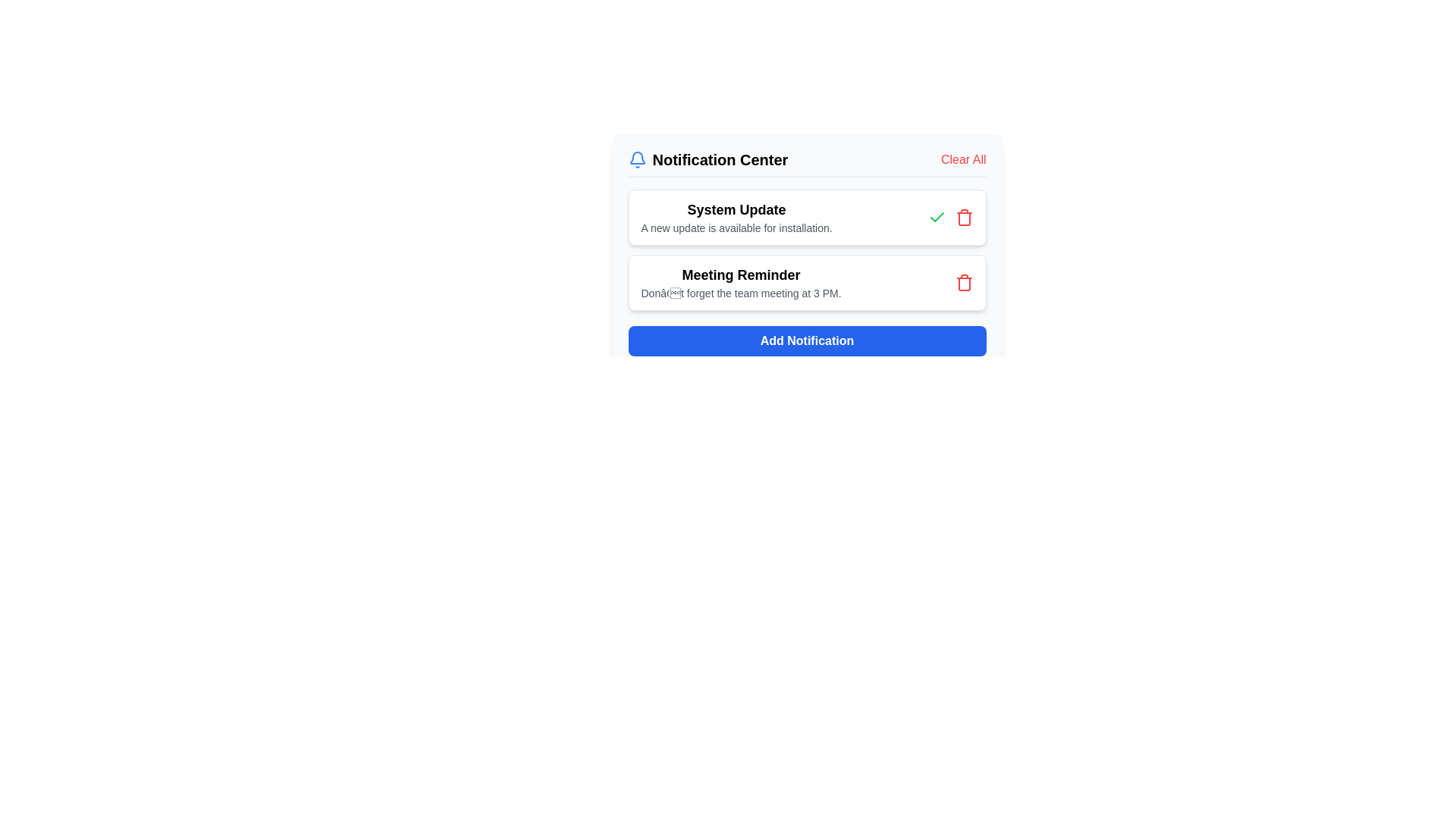 The height and width of the screenshot is (819, 1456). I want to click on the reminder message text that reads 'Don’t forget the team meeting at 3 PM.', which is displayed in smaller, grey-colored font beneath the 'Meeting Reminder' title and above the 'Add Notification' button, so click(741, 293).